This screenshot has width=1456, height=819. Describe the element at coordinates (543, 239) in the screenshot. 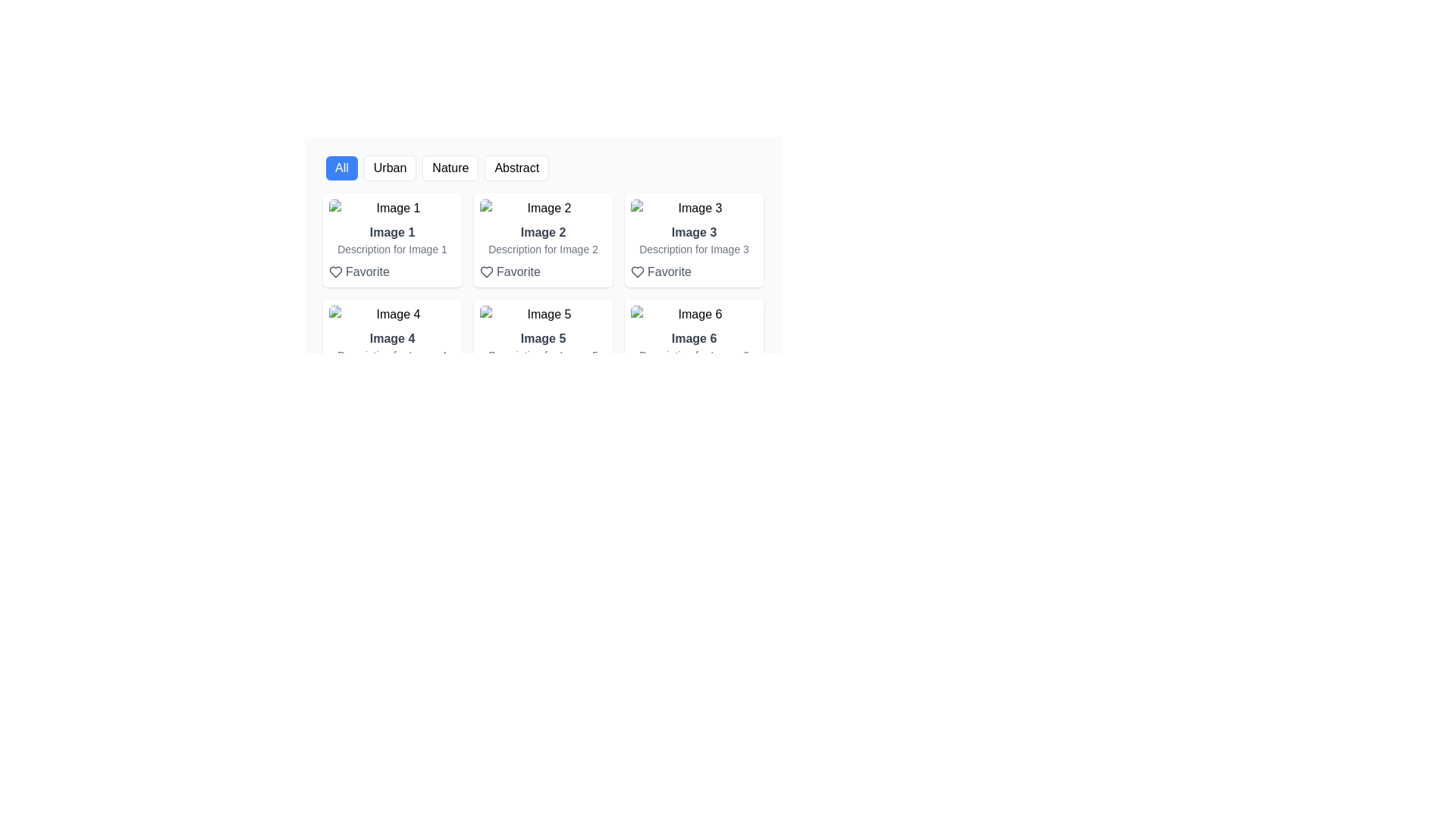

I see `textual description of the card displaying information about 'Image 2' in the second column and first row of the grid layout` at that location.